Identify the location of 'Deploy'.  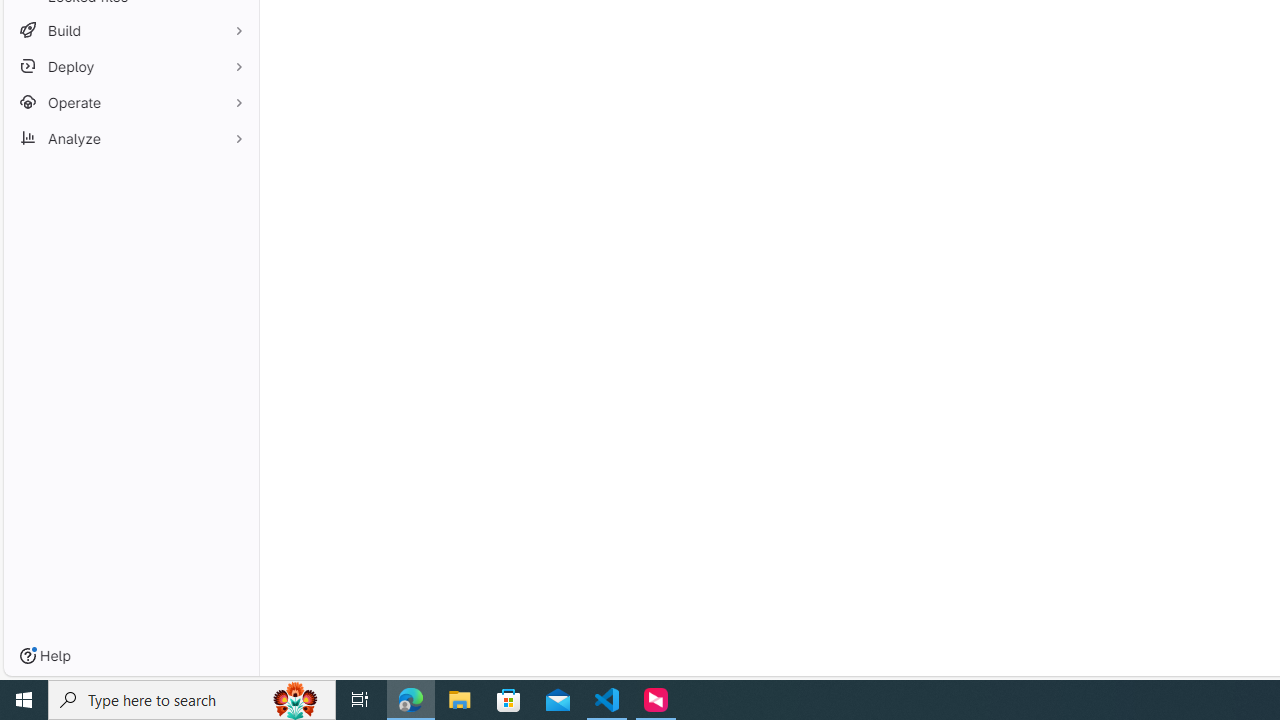
(130, 65).